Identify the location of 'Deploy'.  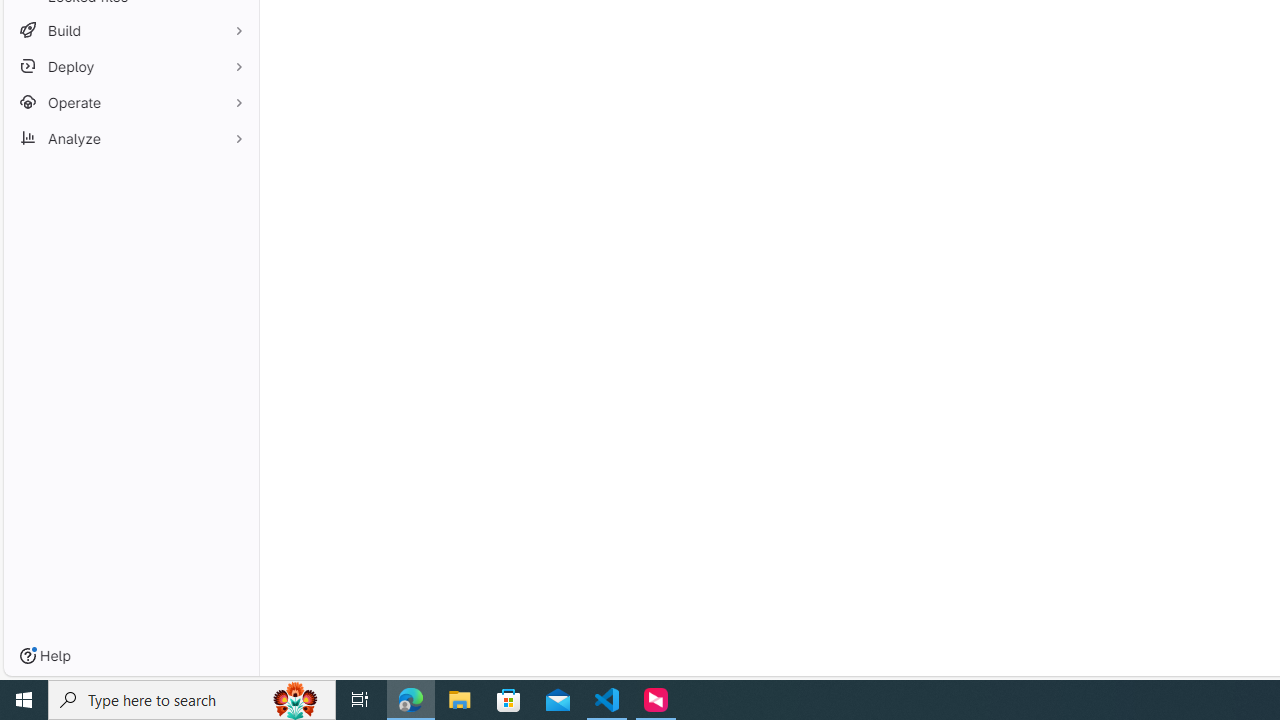
(130, 65).